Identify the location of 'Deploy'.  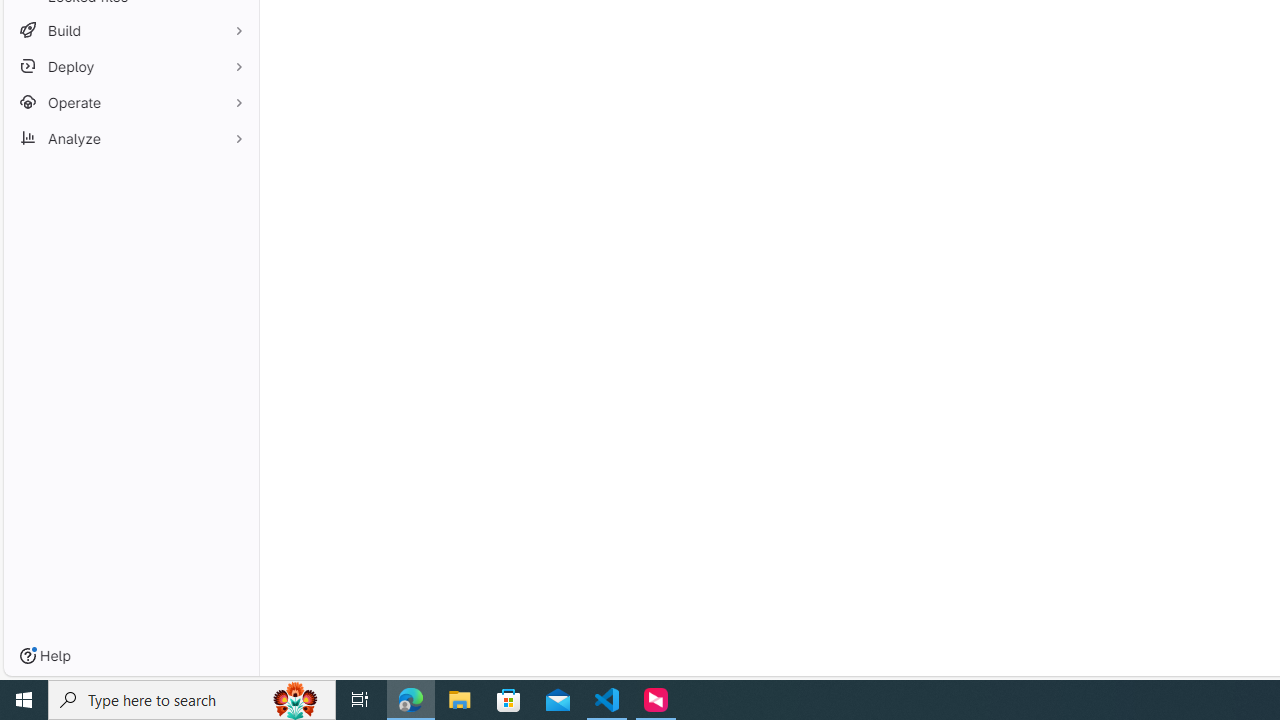
(130, 65).